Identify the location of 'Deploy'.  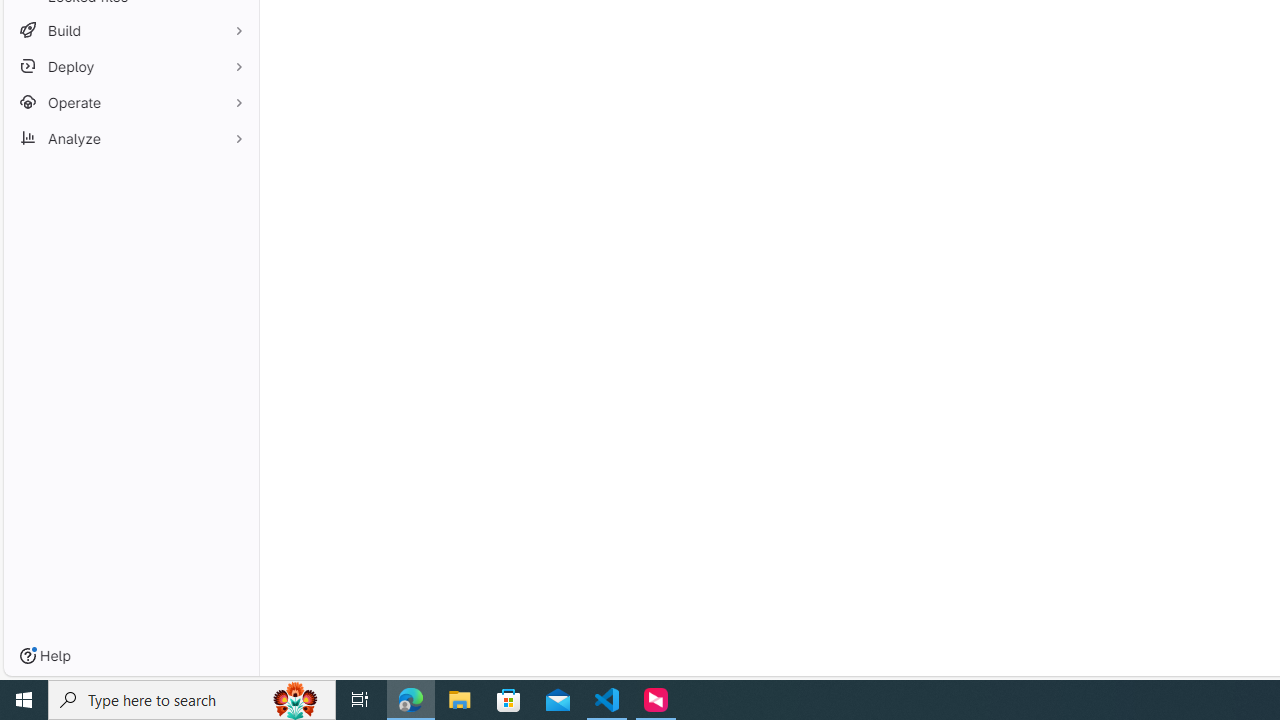
(130, 65).